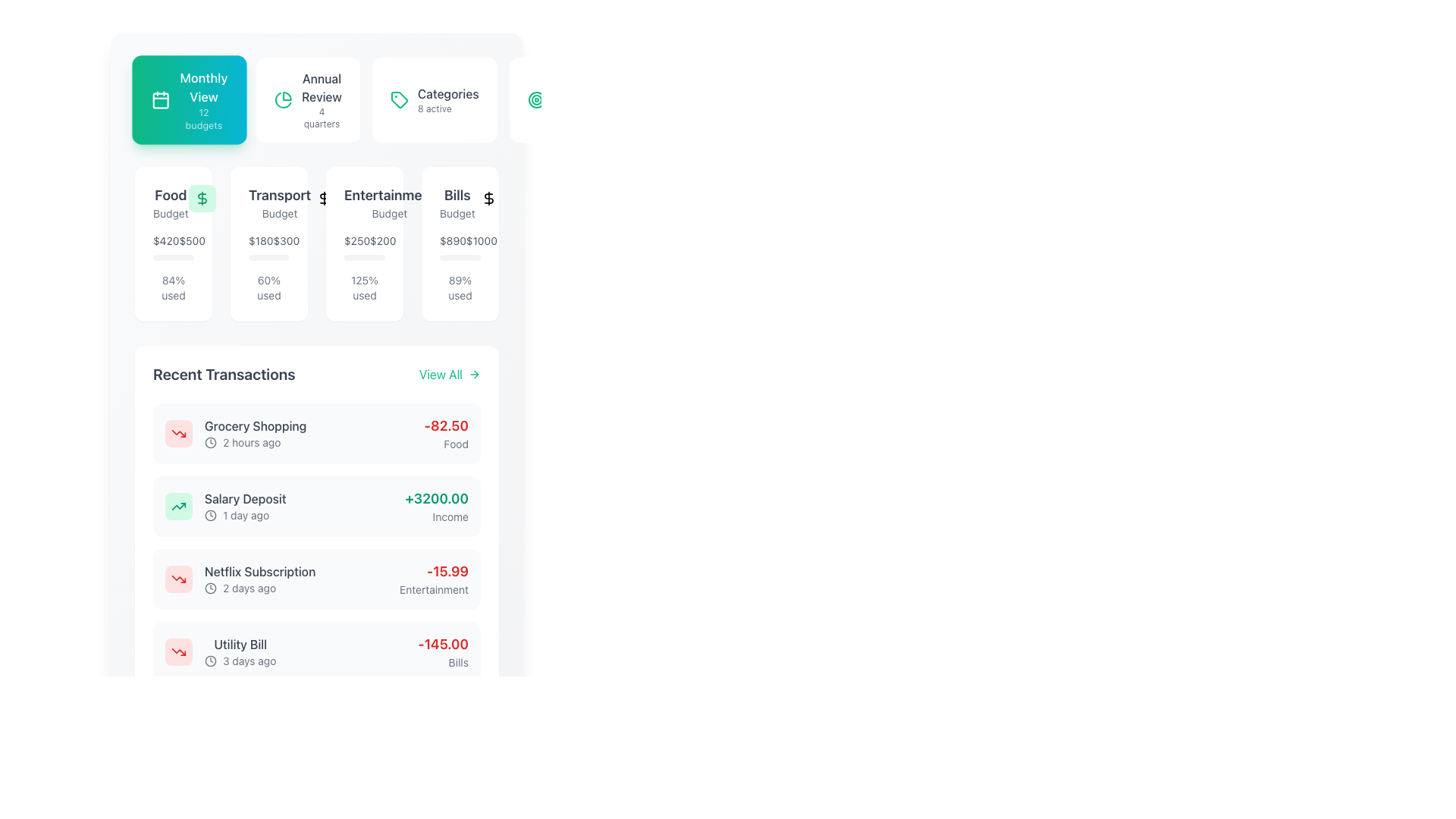 The height and width of the screenshot is (819, 1456). Describe the element at coordinates (178, 506) in the screenshot. I see `the upward trending graph icon with a greenish hue located in the center of the 'Recent Transactions' section` at that location.